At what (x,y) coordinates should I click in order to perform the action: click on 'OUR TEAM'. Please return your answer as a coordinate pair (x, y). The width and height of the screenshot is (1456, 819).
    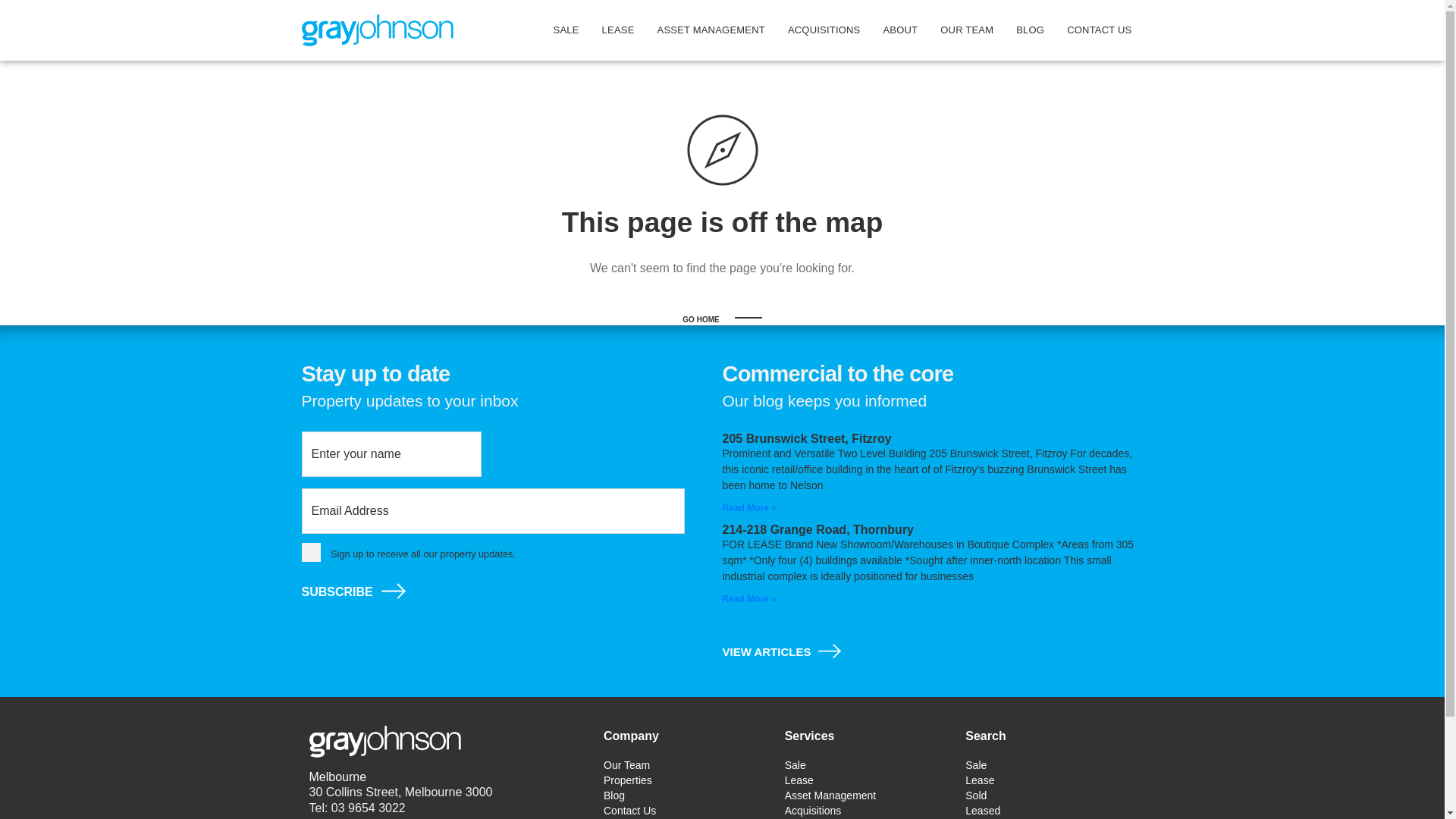
    Looking at the image, I should click on (966, 30).